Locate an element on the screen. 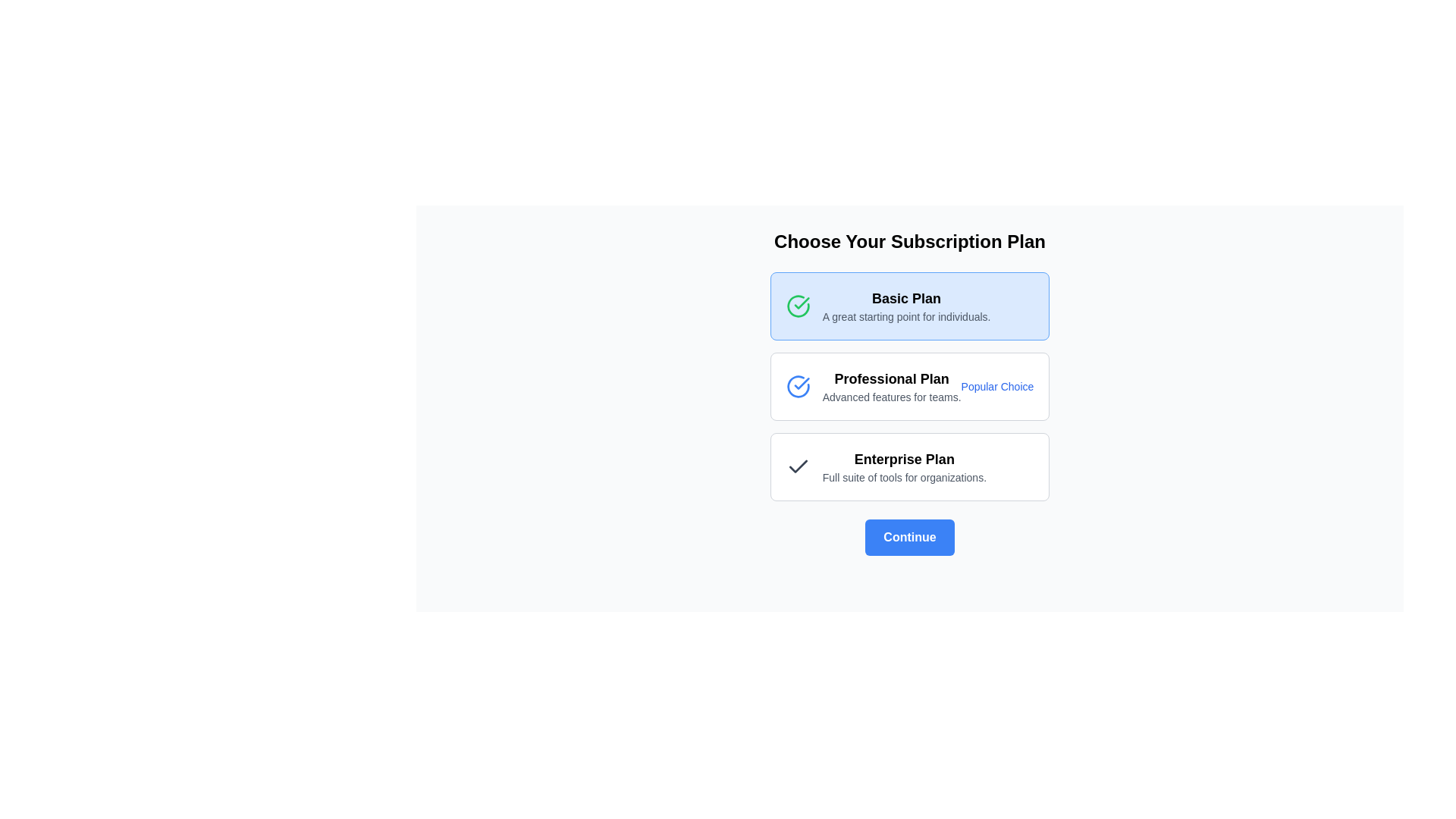 This screenshot has width=1456, height=819. the checkmark icon located in the 'Enterprise Plan' section, which indicates selection or confirmation is located at coordinates (797, 466).